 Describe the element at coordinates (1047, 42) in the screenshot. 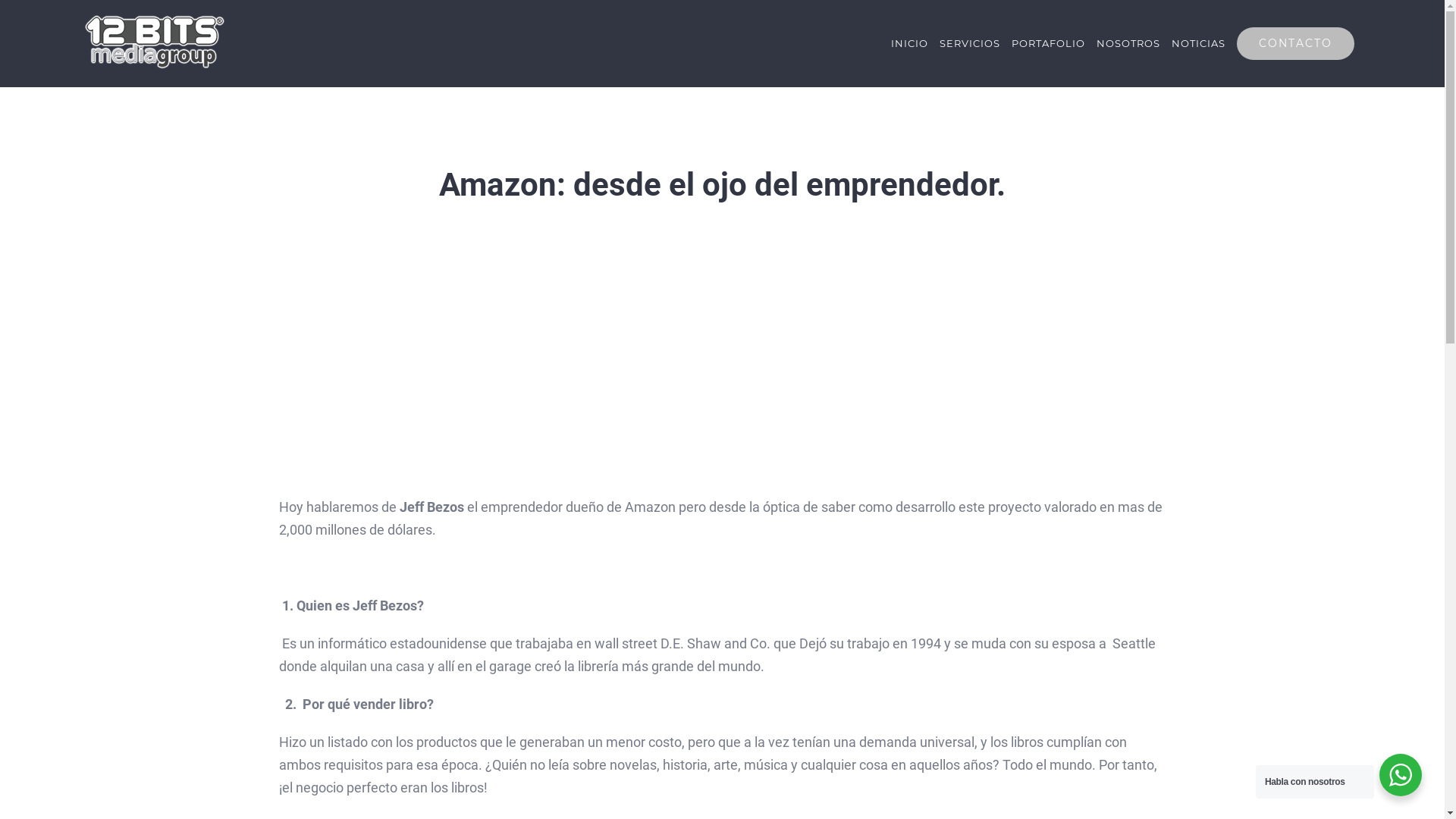

I see `'PORTAFOLIO'` at that location.